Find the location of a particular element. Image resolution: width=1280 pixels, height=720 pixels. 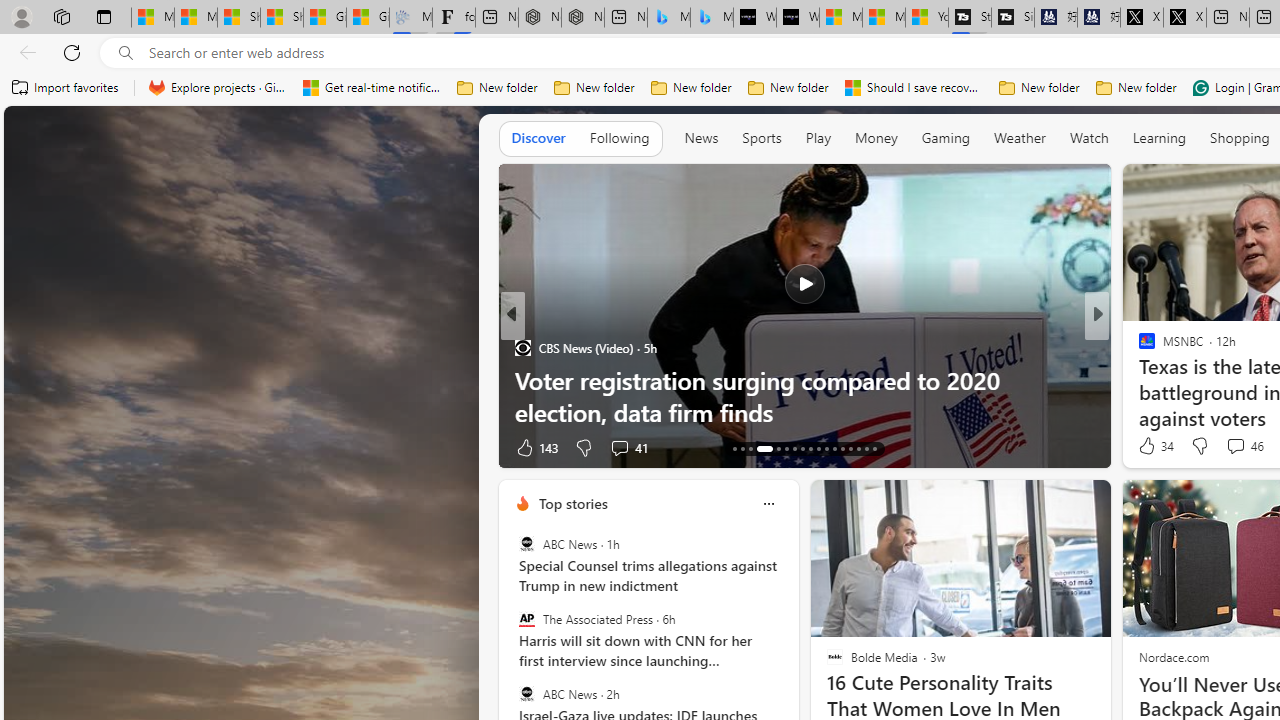

'Learning' is located at coordinates (1159, 136).